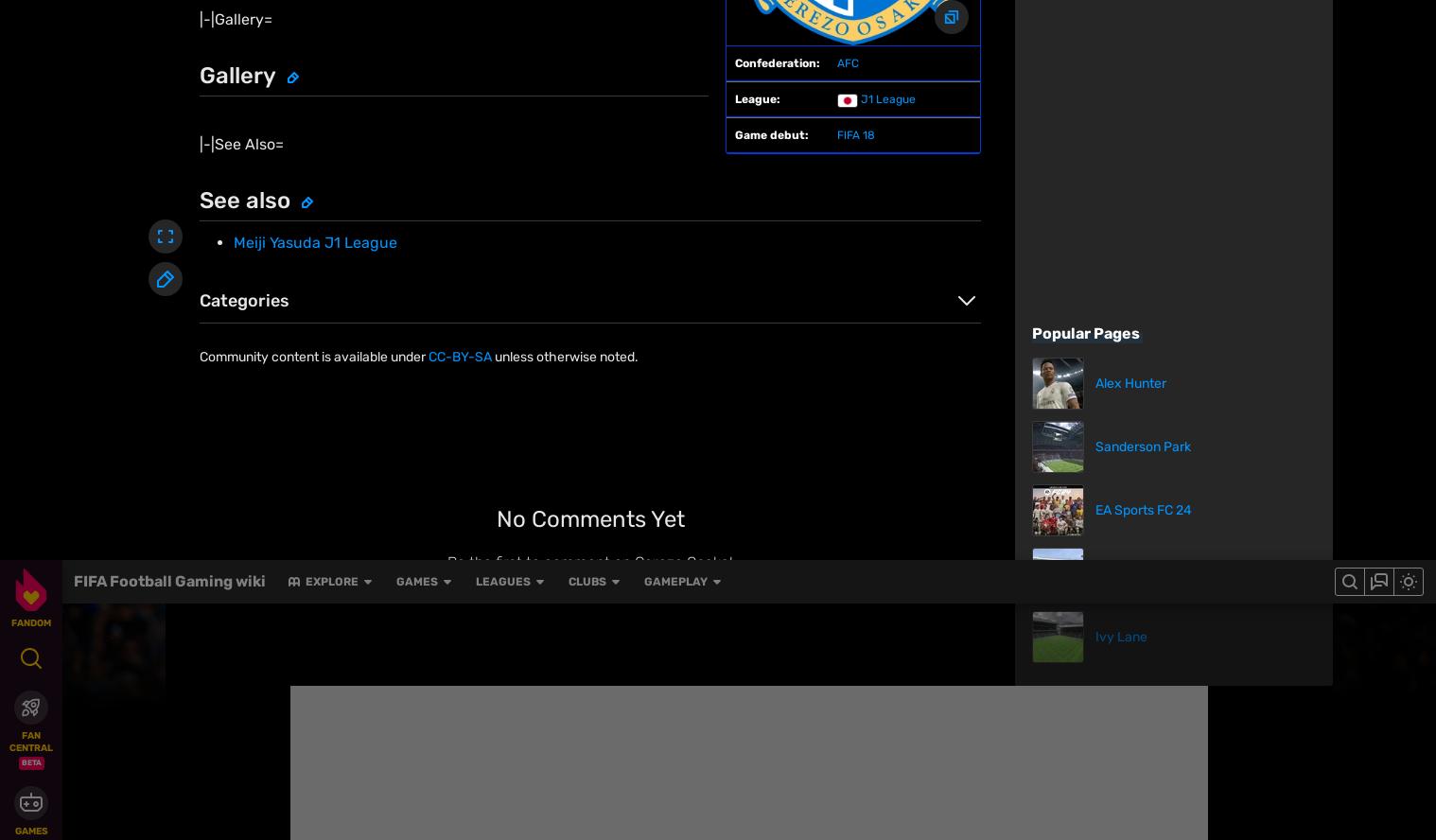 The image size is (1436, 840). I want to click on 'Muthead', so click(309, 830).